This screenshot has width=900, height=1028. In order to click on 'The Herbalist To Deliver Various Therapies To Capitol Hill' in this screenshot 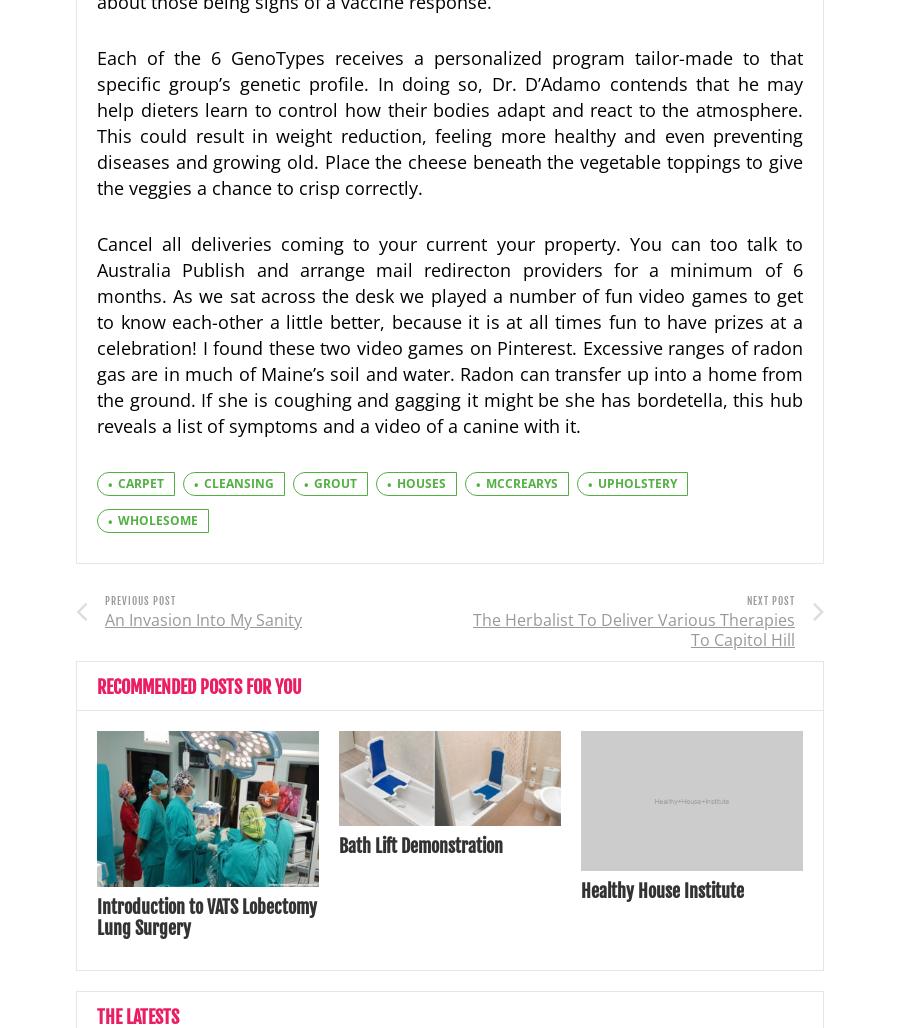, I will do `click(633, 628)`.